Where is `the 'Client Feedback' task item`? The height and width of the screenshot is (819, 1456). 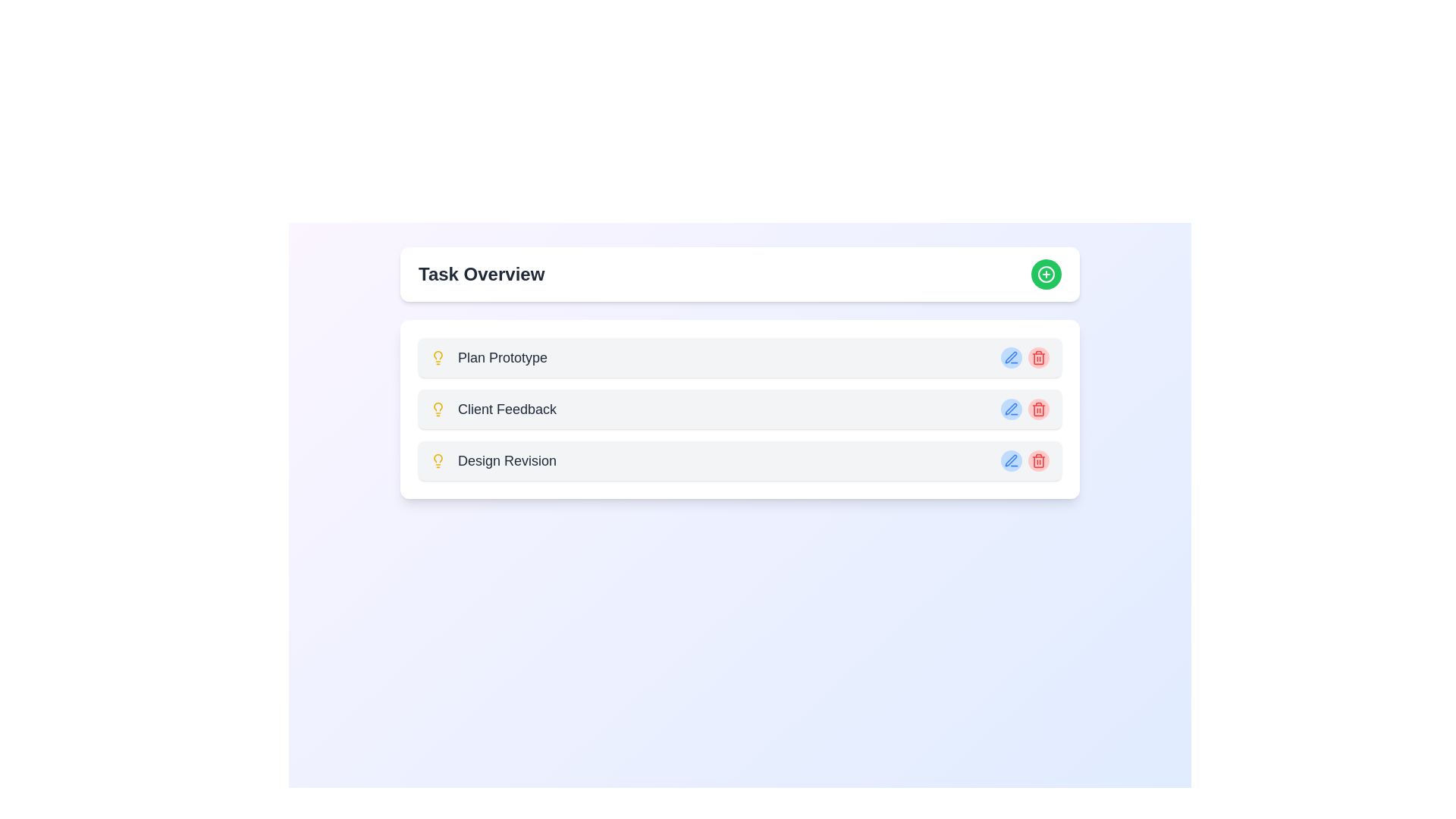
the 'Client Feedback' task item is located at coordinates (739, 409).